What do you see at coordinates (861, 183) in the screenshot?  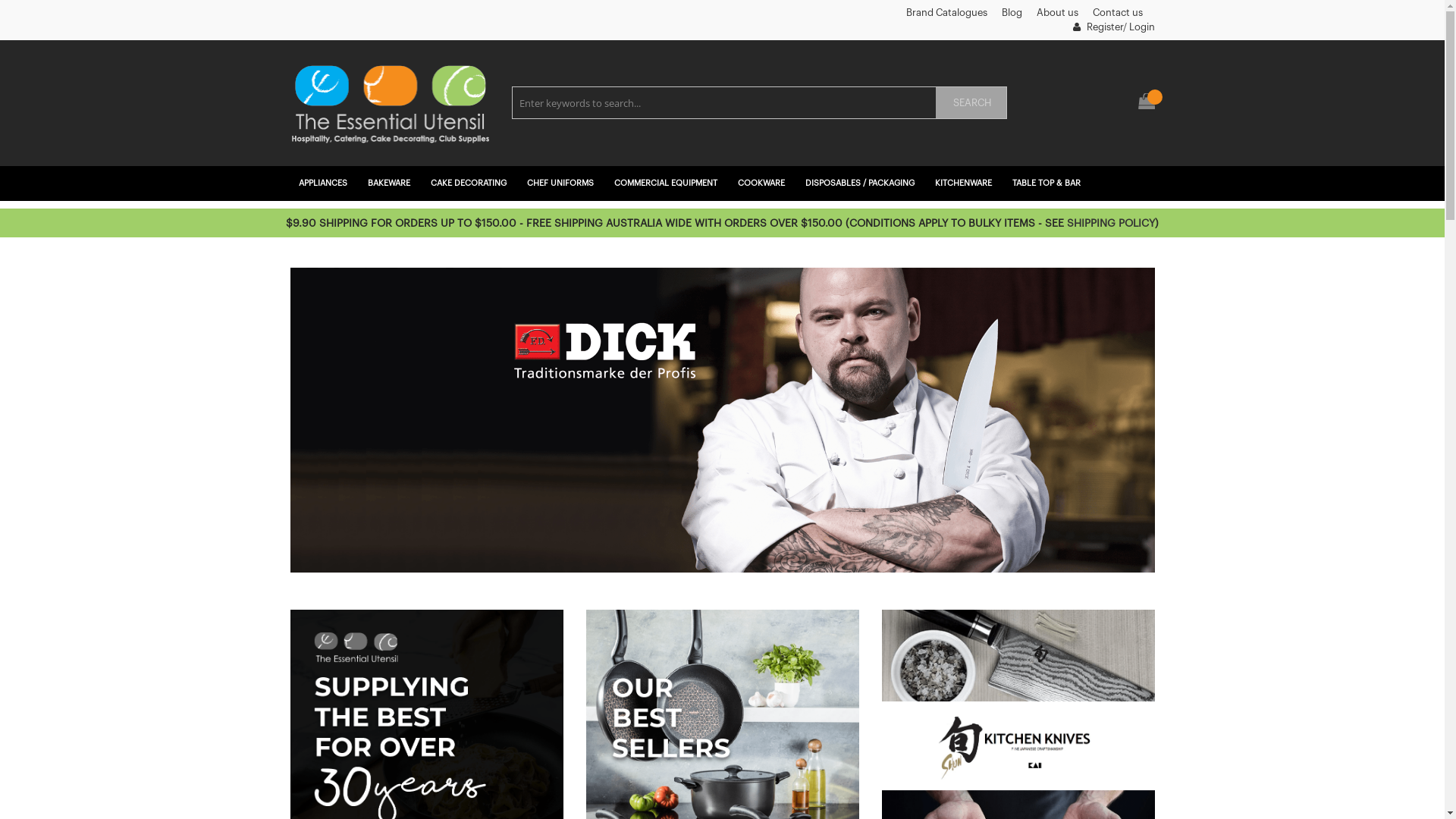 I see `'DISPOSABLES / PACKAGING'` at bounding box center [861, 183].